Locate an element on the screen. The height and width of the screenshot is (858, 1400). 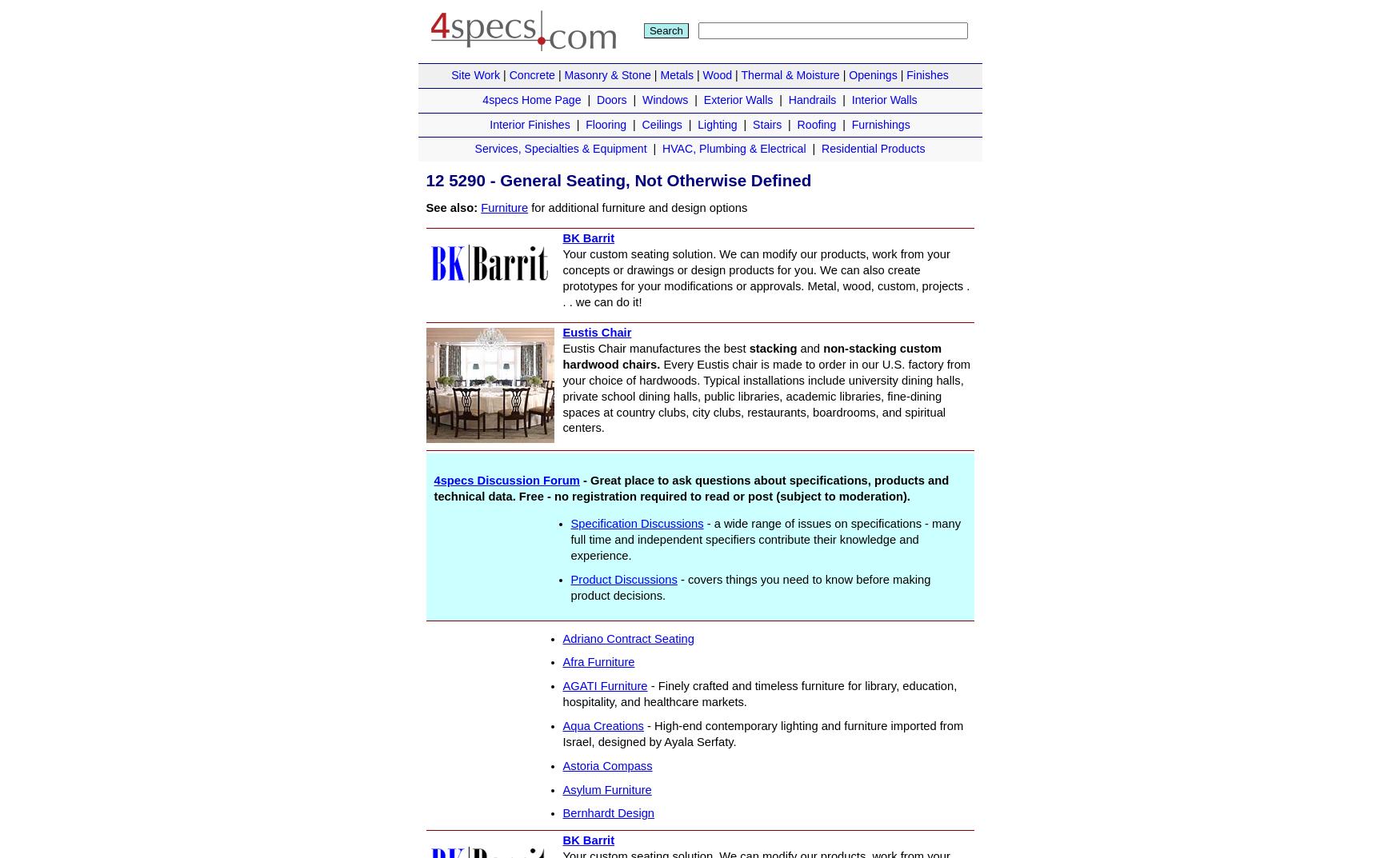
'and' is located at coordinates (796, 348).